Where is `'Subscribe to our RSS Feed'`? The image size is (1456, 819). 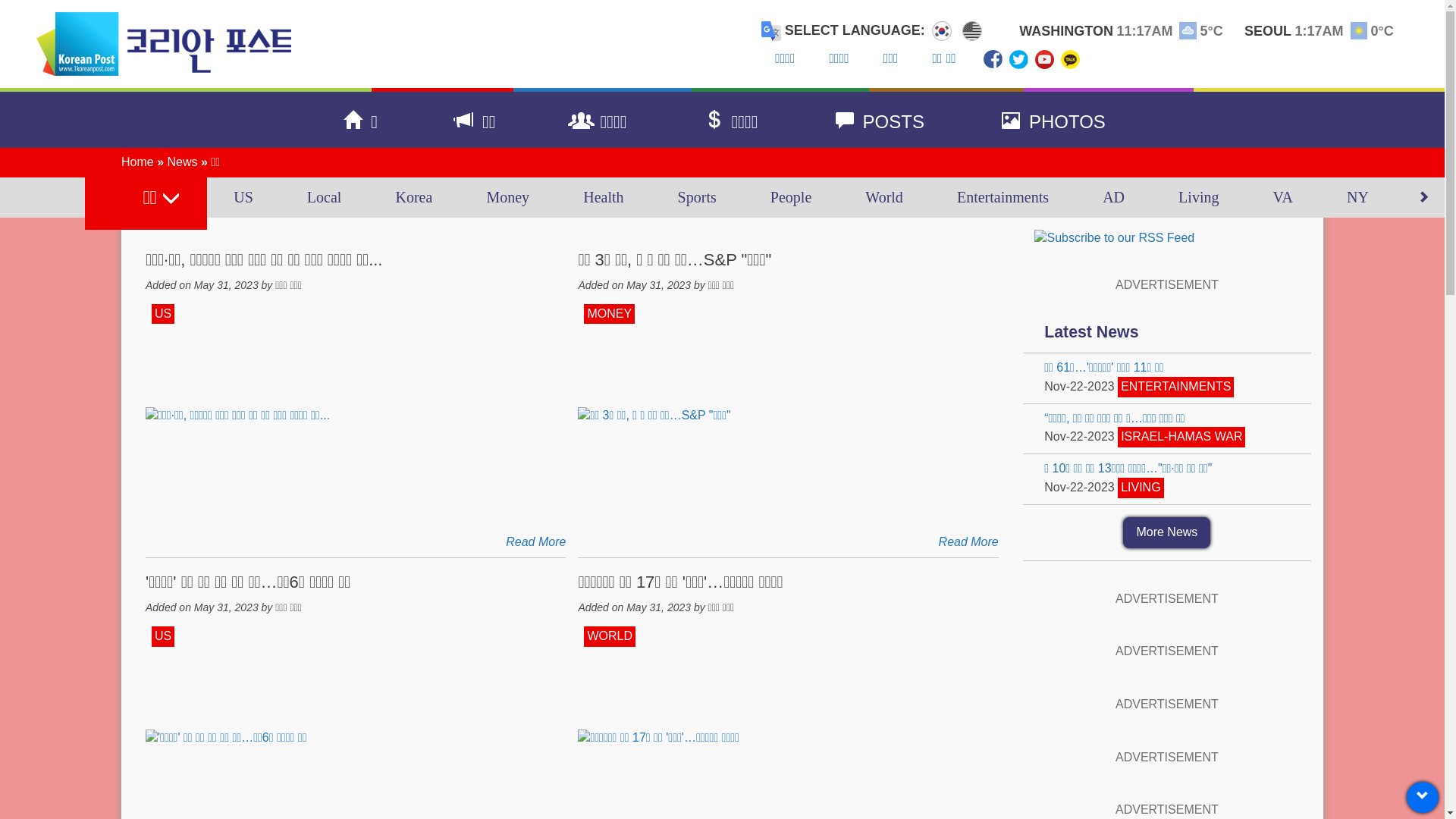 'Subscribe to our RSS Feed' is located at coordinates (1114, 238).